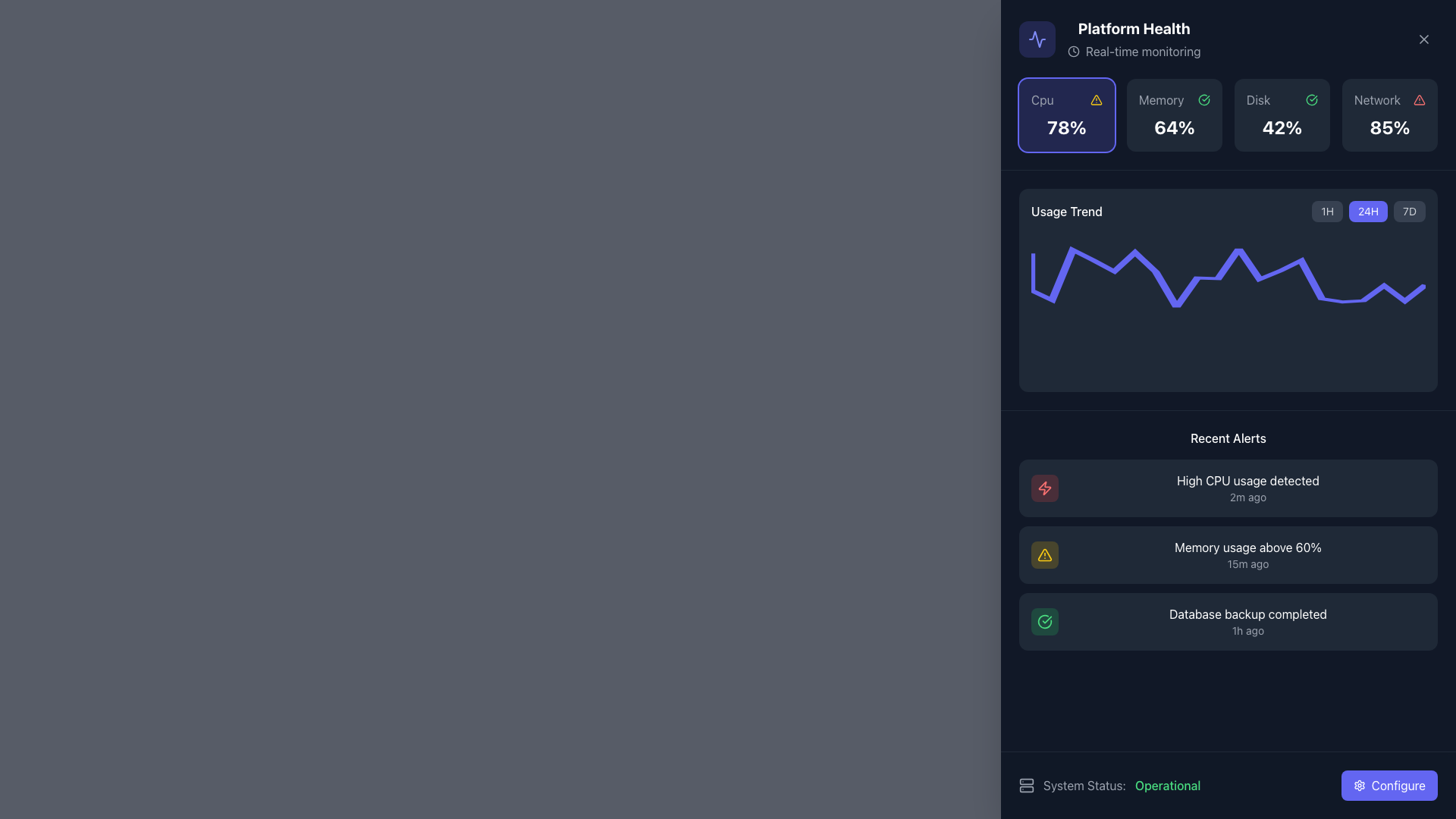 This screenshot has width=1456, height=819. Describe the element at coordinates (1026, 785) in the screenshot. I see `the static icon representing system functionality that indicates the system status, located at the bottom left of the right panel adjacent to the text 'System Status: Operational'` at that location.